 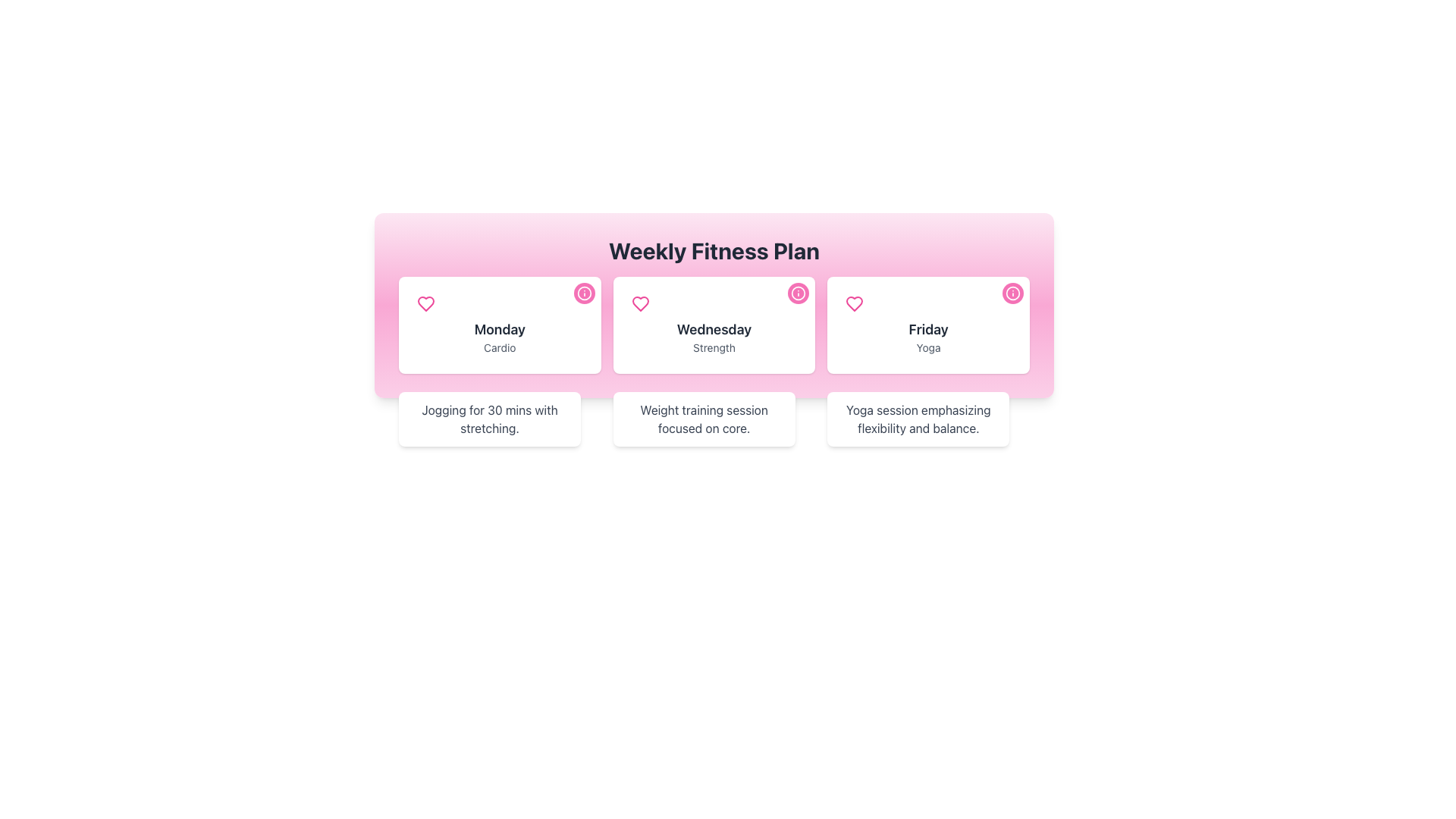 What do you see at coordinates (1012, 293) in the screenshot?
I see `the circular pink button with a white information icon located at the top-right corner of the 'Friday' card in the 'Weekly Fitness Plan' section` at bounding box center [1012, 293].